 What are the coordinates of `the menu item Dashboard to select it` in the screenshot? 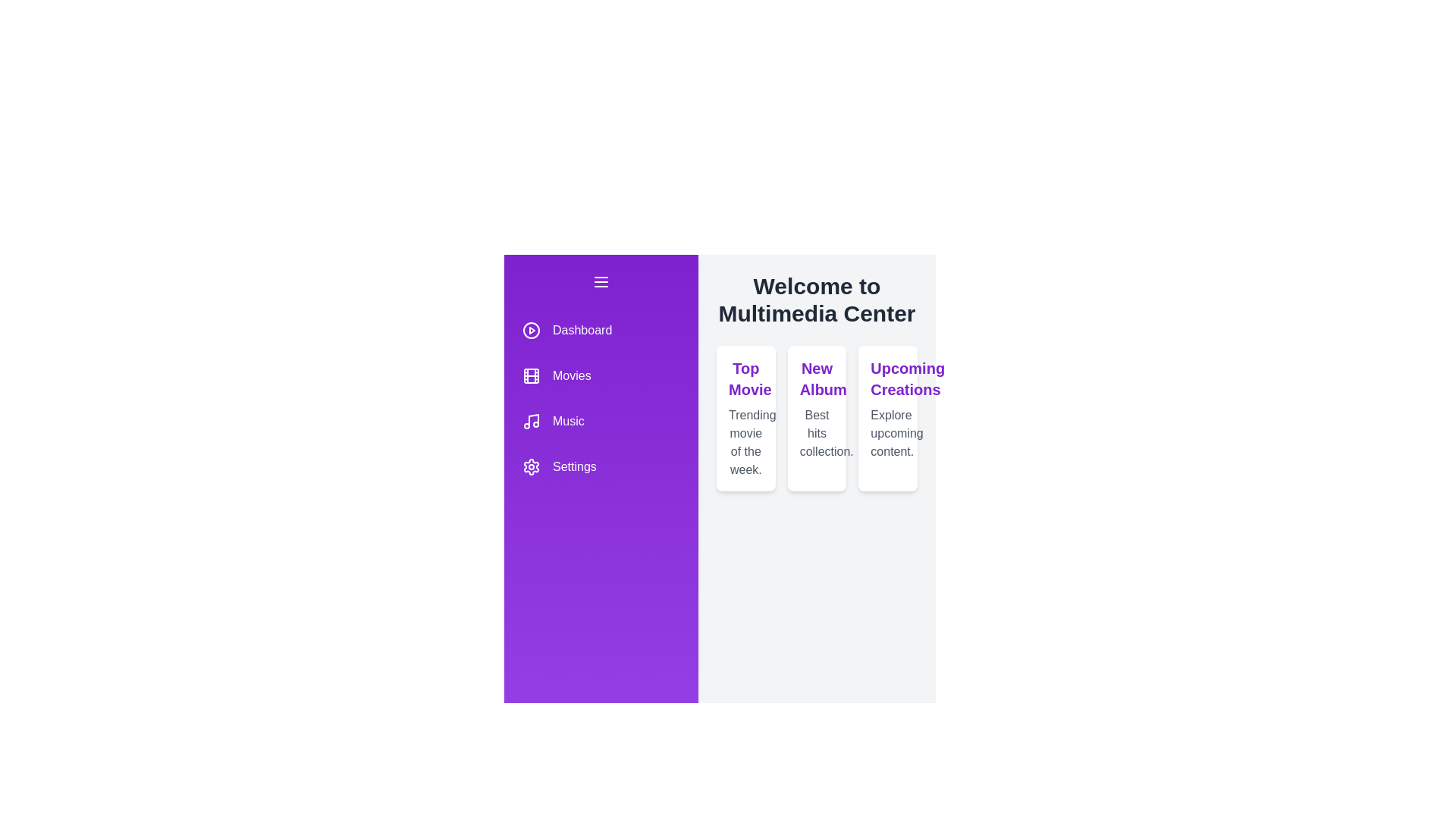 It's located at (600, 329).